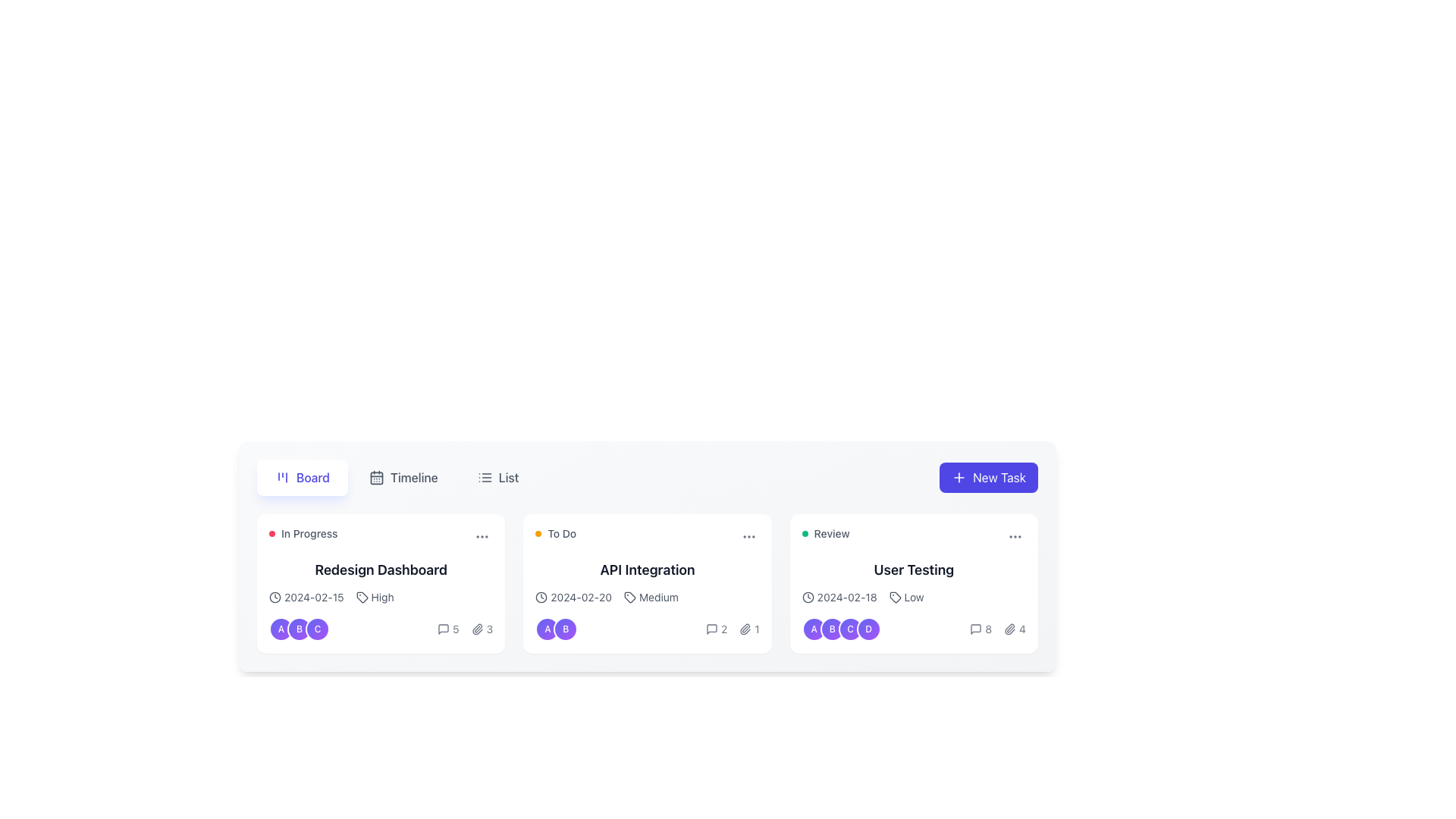 The height and width of the screenshot is (819, 1456). What do you see at coordinates (895, 596) in the screenshot?
I see `the SVG price tag icon located to the left of the text 'Low' in the 'User Testing' card as a visual indicator` at bounding box center [895, 596].